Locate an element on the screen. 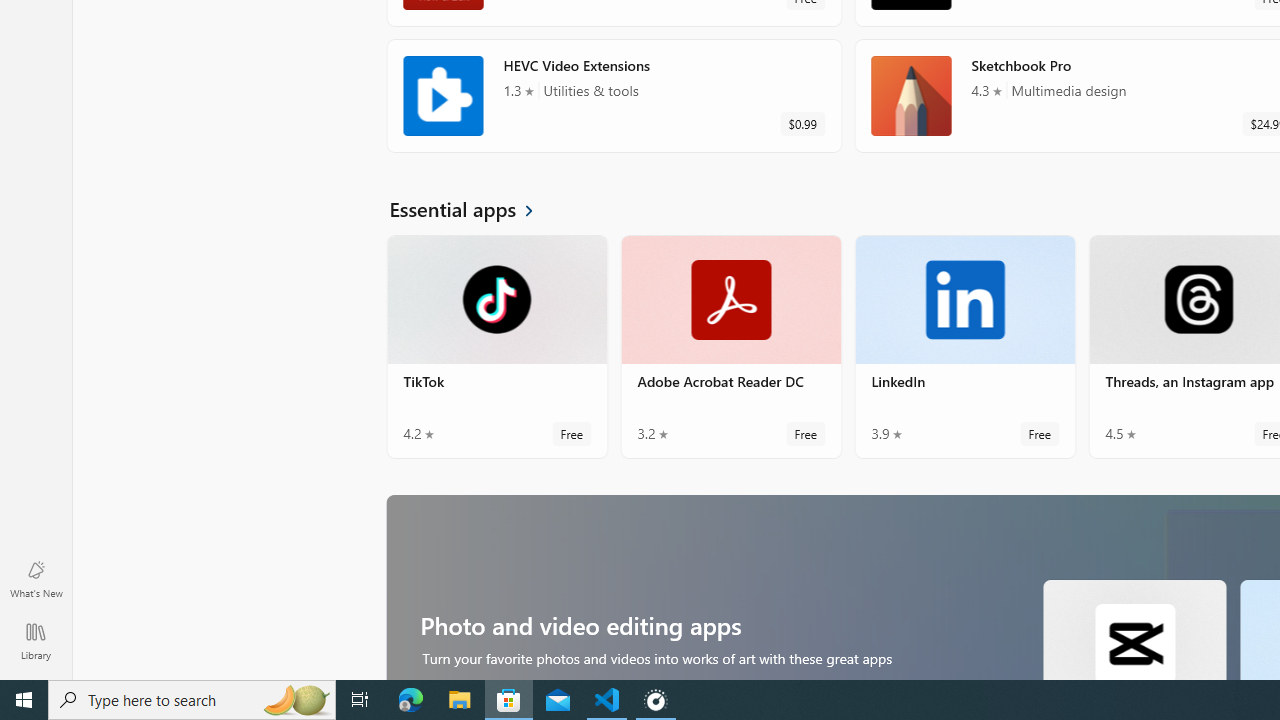 The width and height of the screenshot is (1280, 720). 'CapCut. Average rating of 4.7 out of five stars. Free  ' is located at coordinates (1134, 628).